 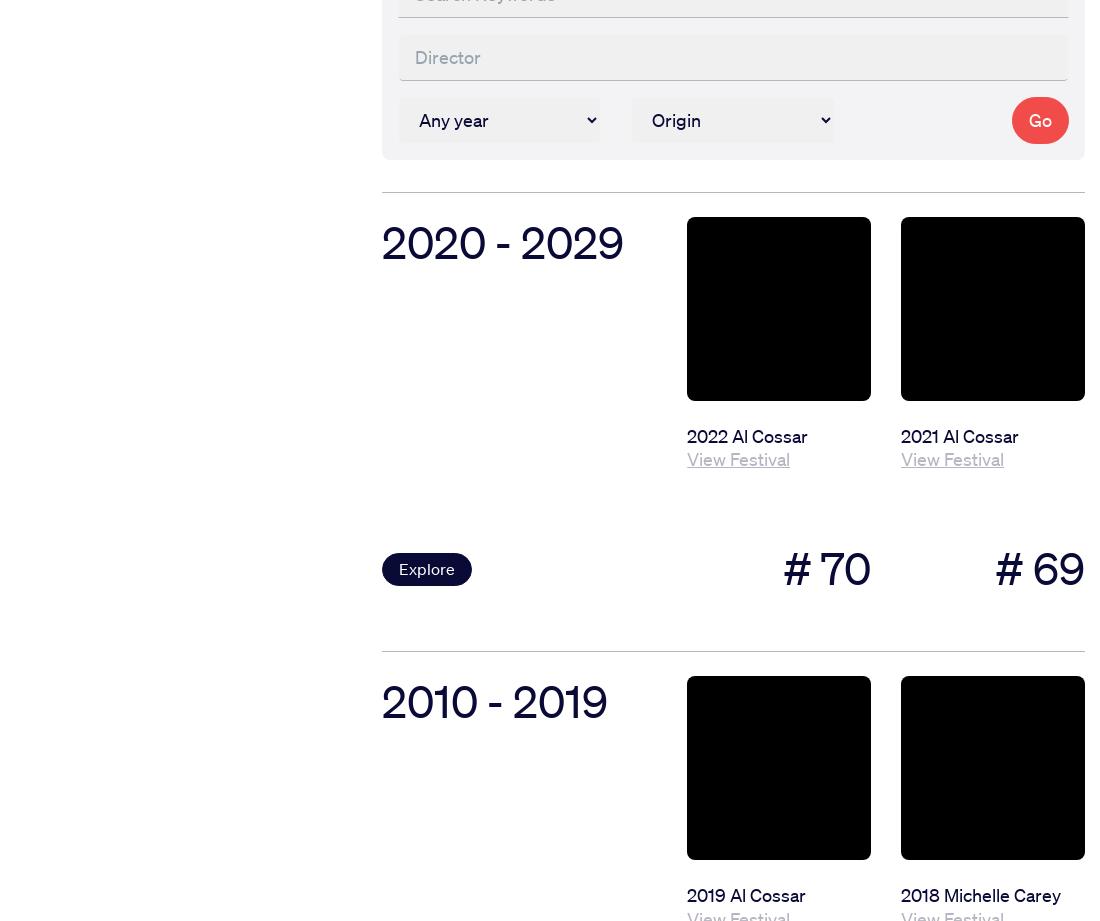 I want to click on '2021 Al Cossar', so click(x=959, y=434).